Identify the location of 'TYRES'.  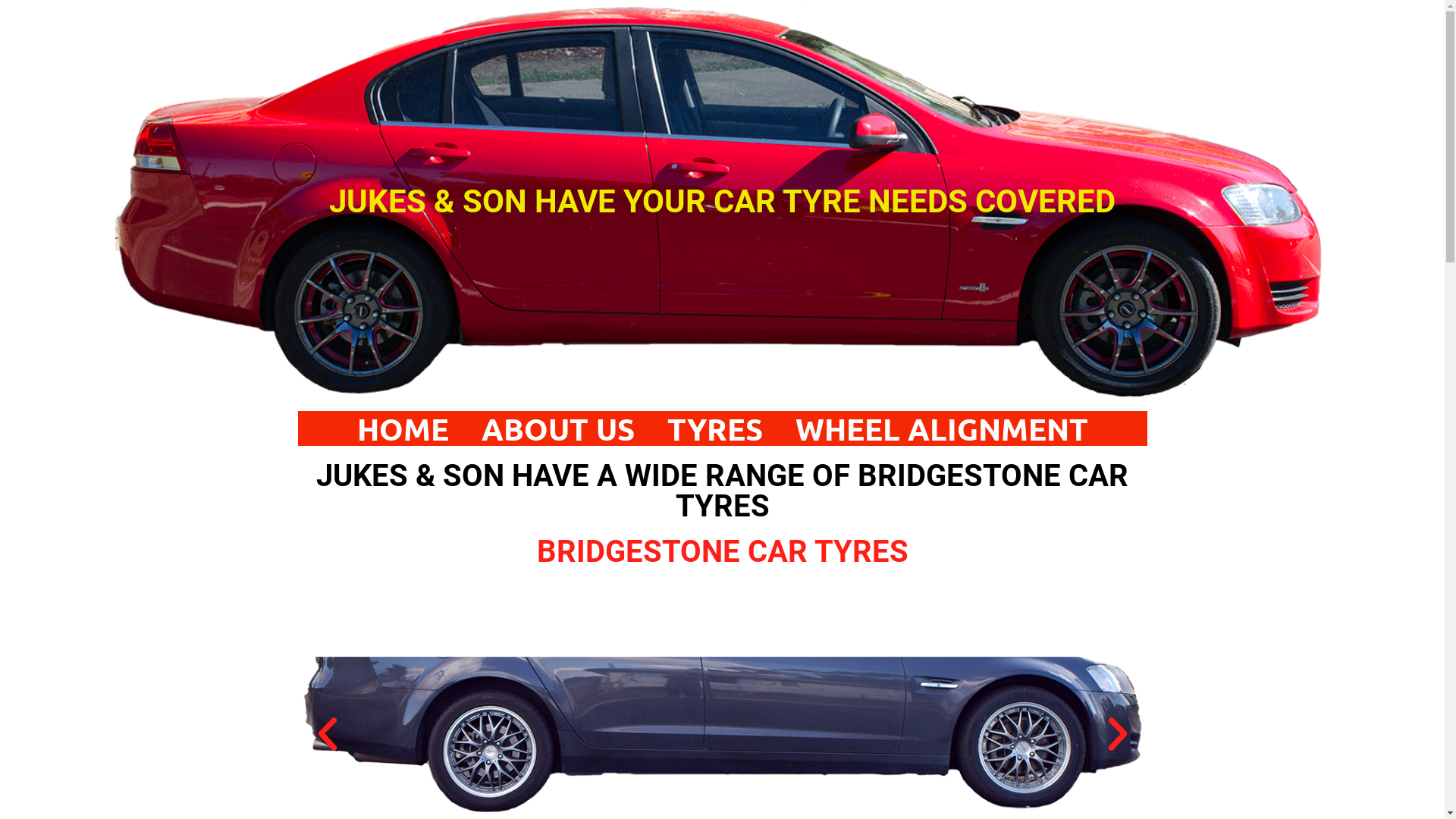
(651, 428).